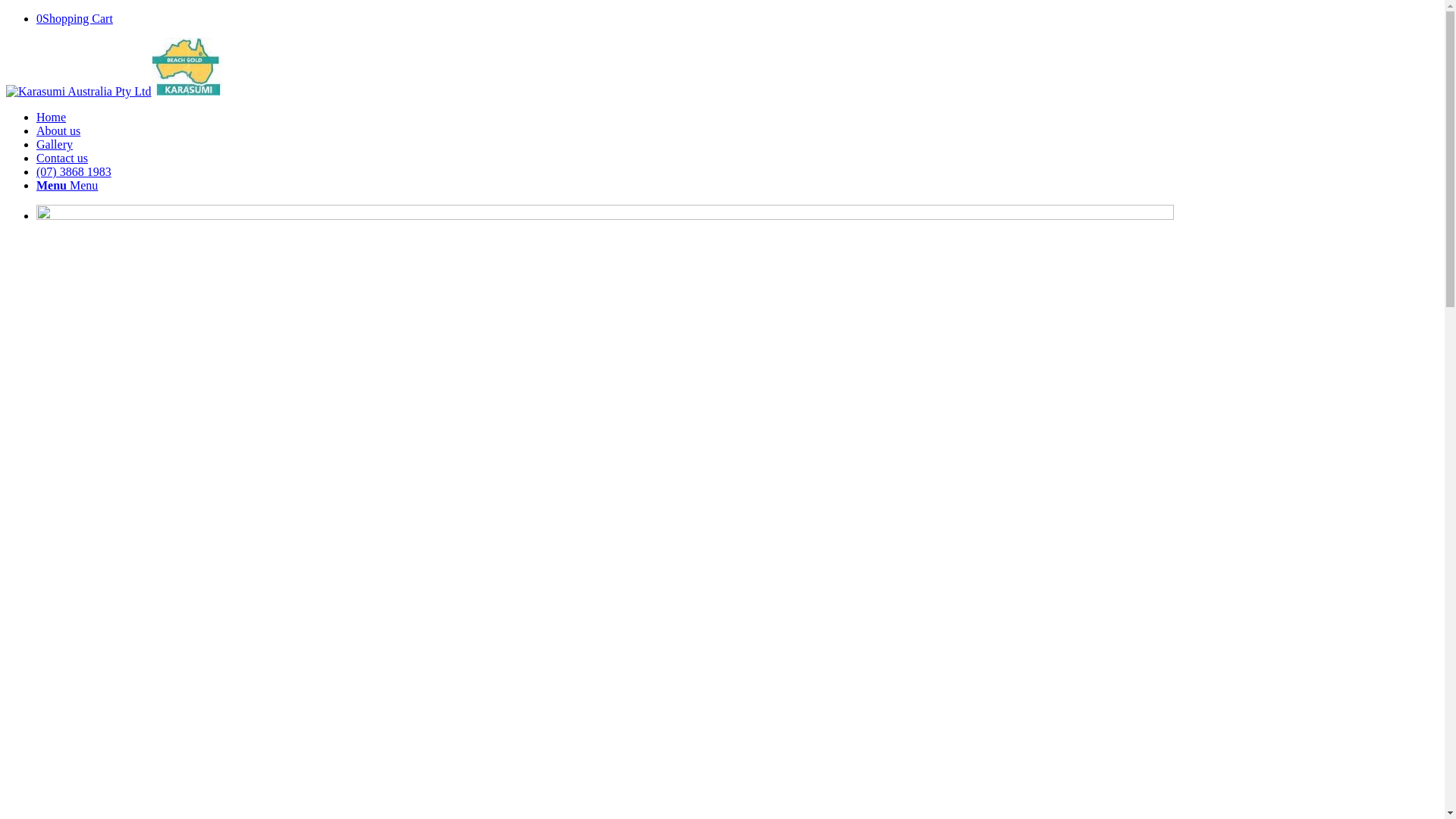  Describe the element at coordinates (61, 158) in the screenshot. I see `'Contact us'` at that location.